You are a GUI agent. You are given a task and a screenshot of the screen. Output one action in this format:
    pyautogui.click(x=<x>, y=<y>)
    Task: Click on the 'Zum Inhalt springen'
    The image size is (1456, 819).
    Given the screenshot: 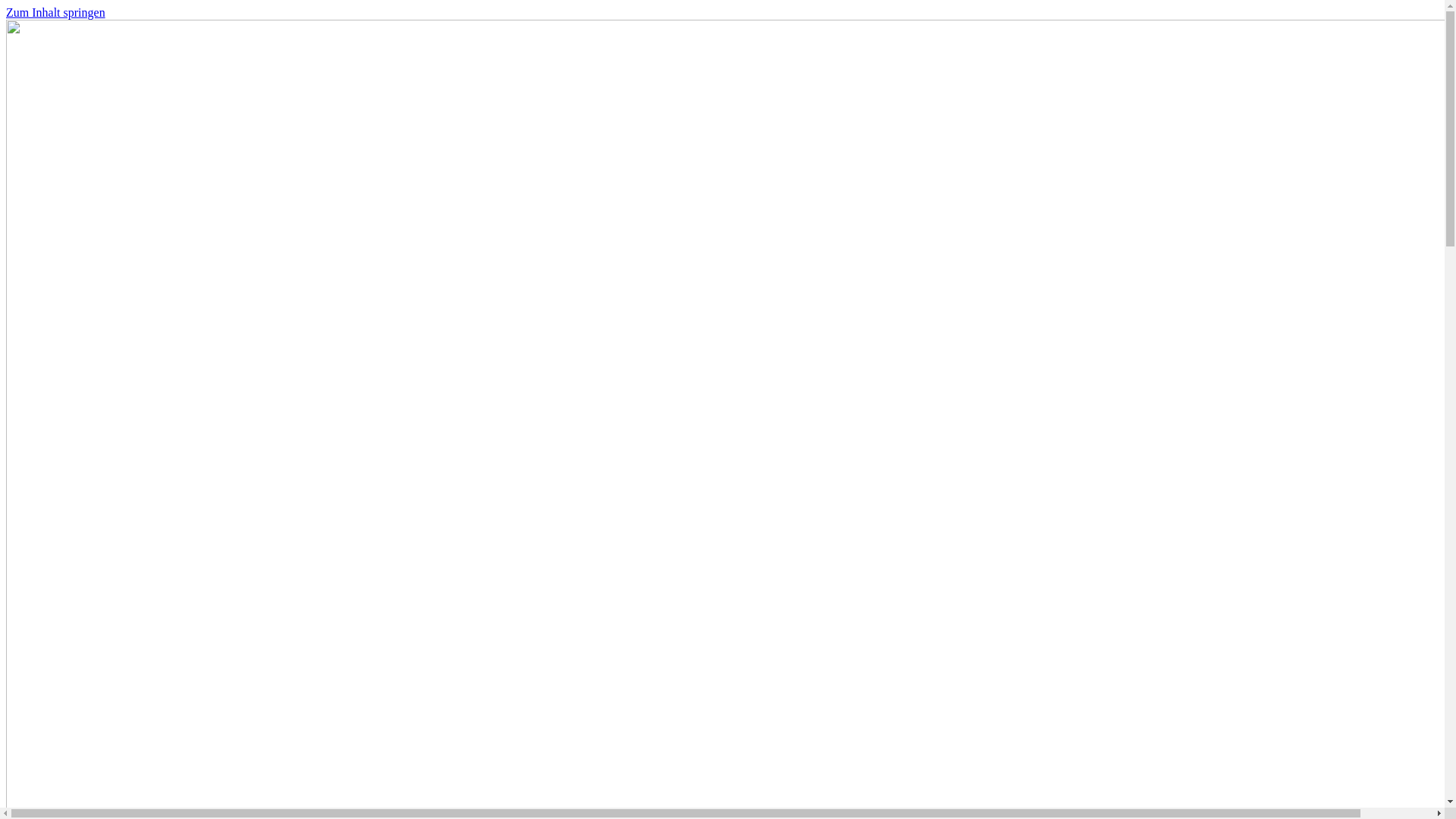 What is the action you would take?
    pyautogui.click(x=55, y=12)
    